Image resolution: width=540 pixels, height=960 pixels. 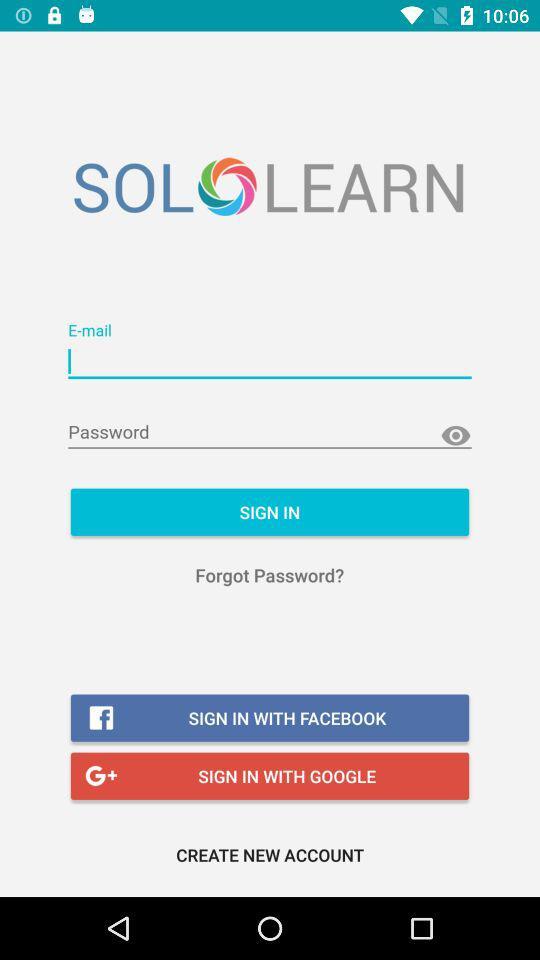 What do you see at coordinates (455, 436) in the screenshot?
I see `see password toggle` at bounding box center [455, 436].